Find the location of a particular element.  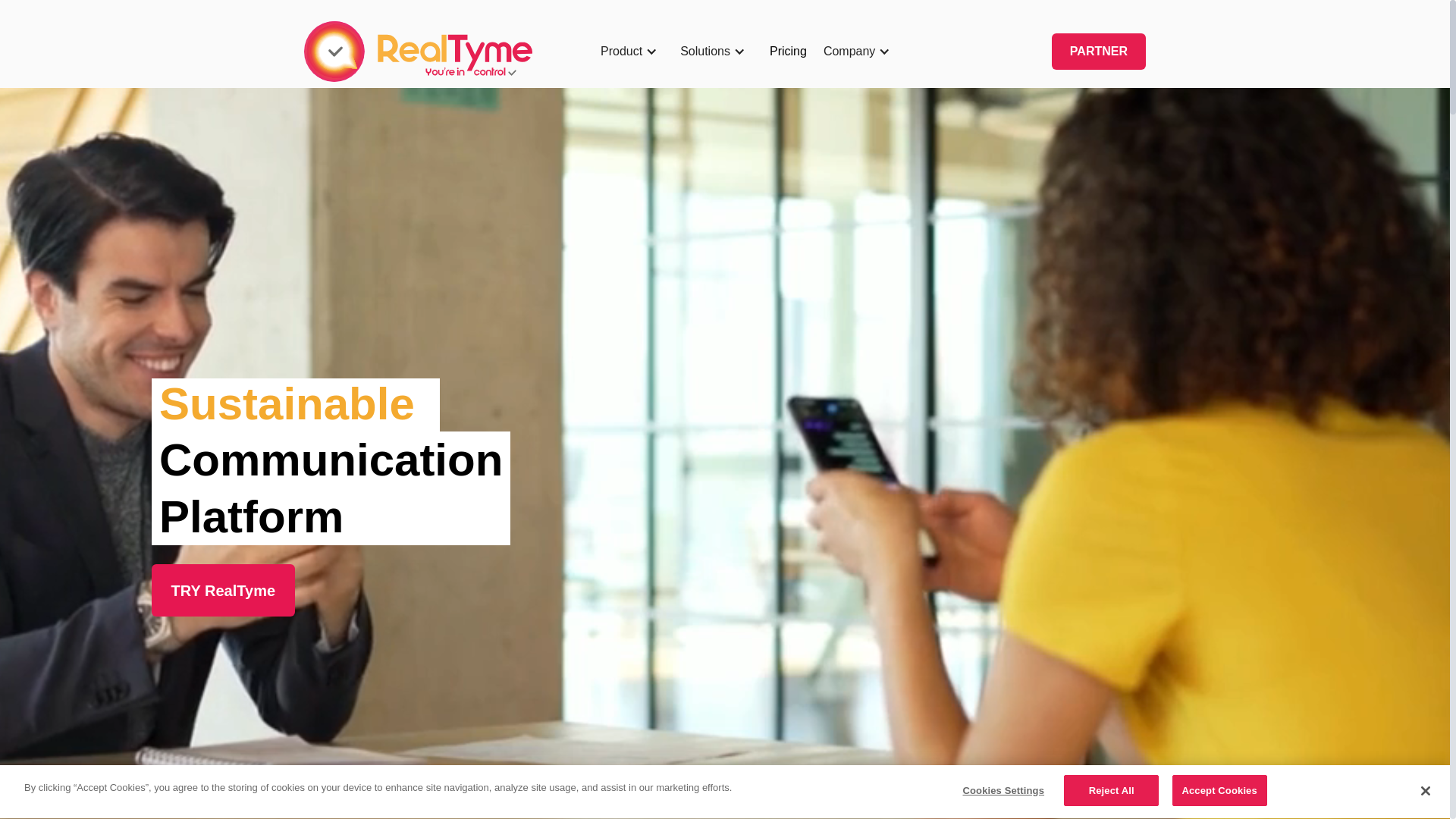

'Reject All' is located at coordinates (1111, 789).